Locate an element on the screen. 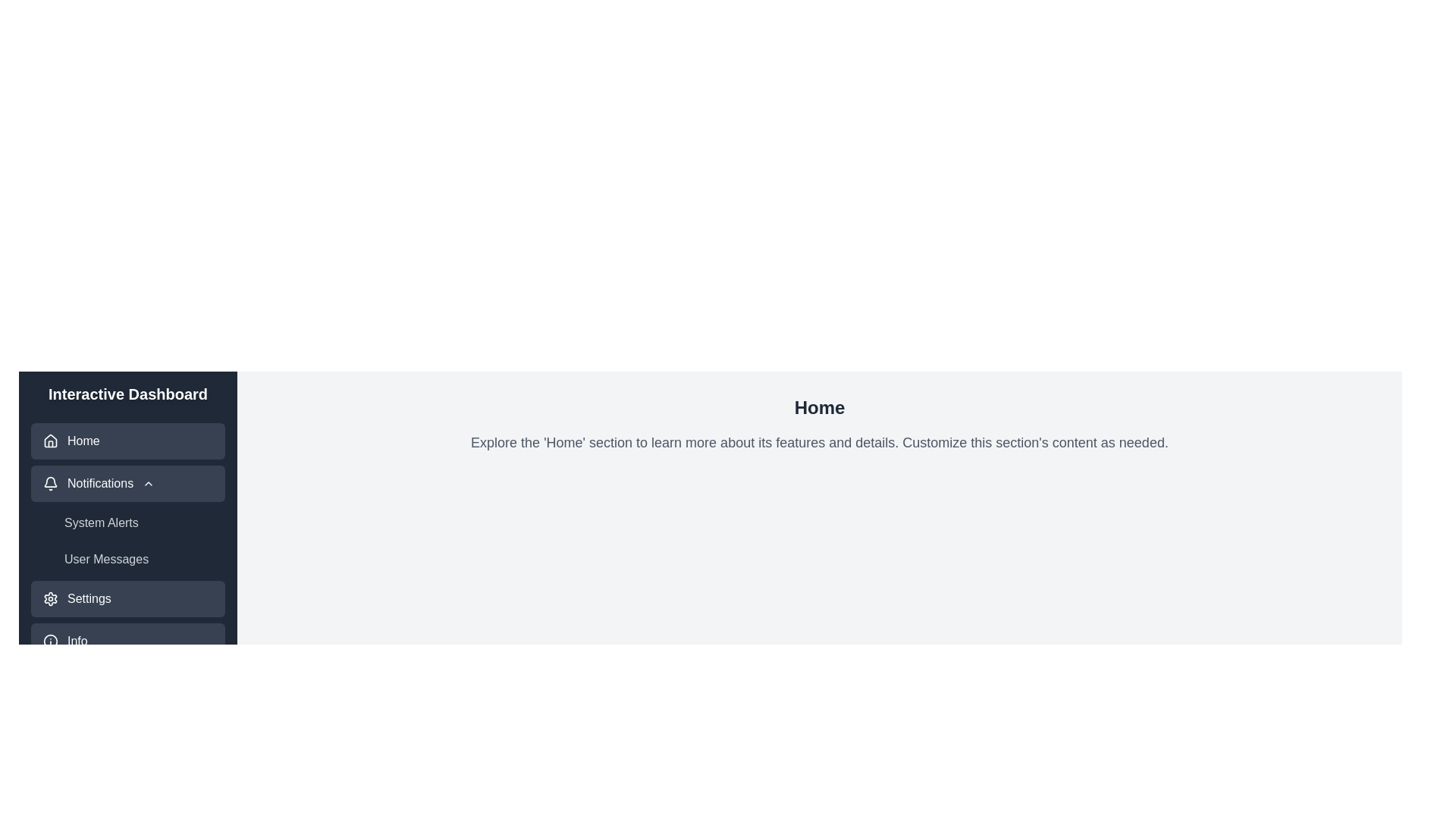 Image resolution: width=1456 pixels, height=819 pixels. the 'Home' text label is located at coordinates (83, 441).